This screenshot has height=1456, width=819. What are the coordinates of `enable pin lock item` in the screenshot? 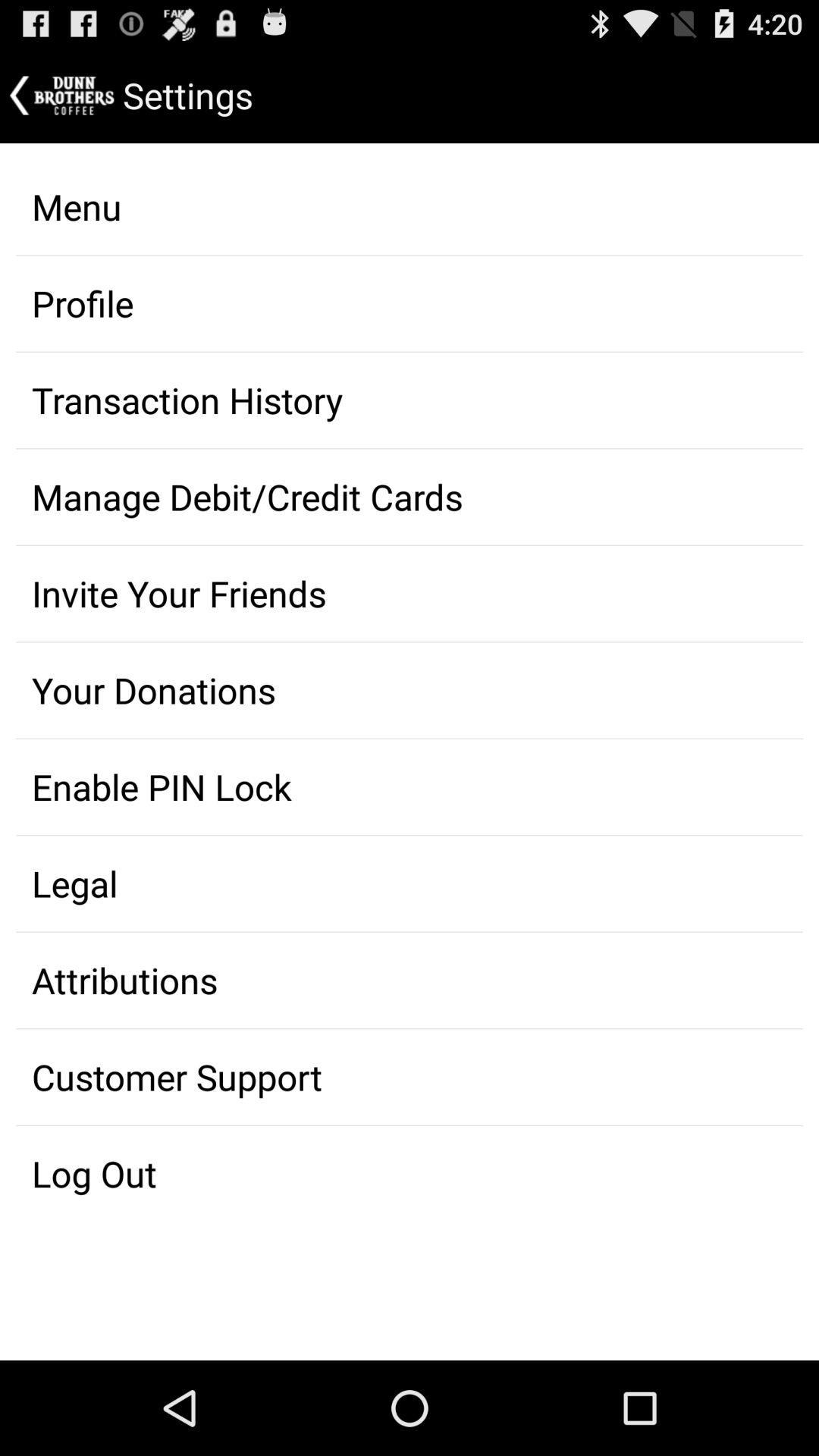 It's located at (409, 786).